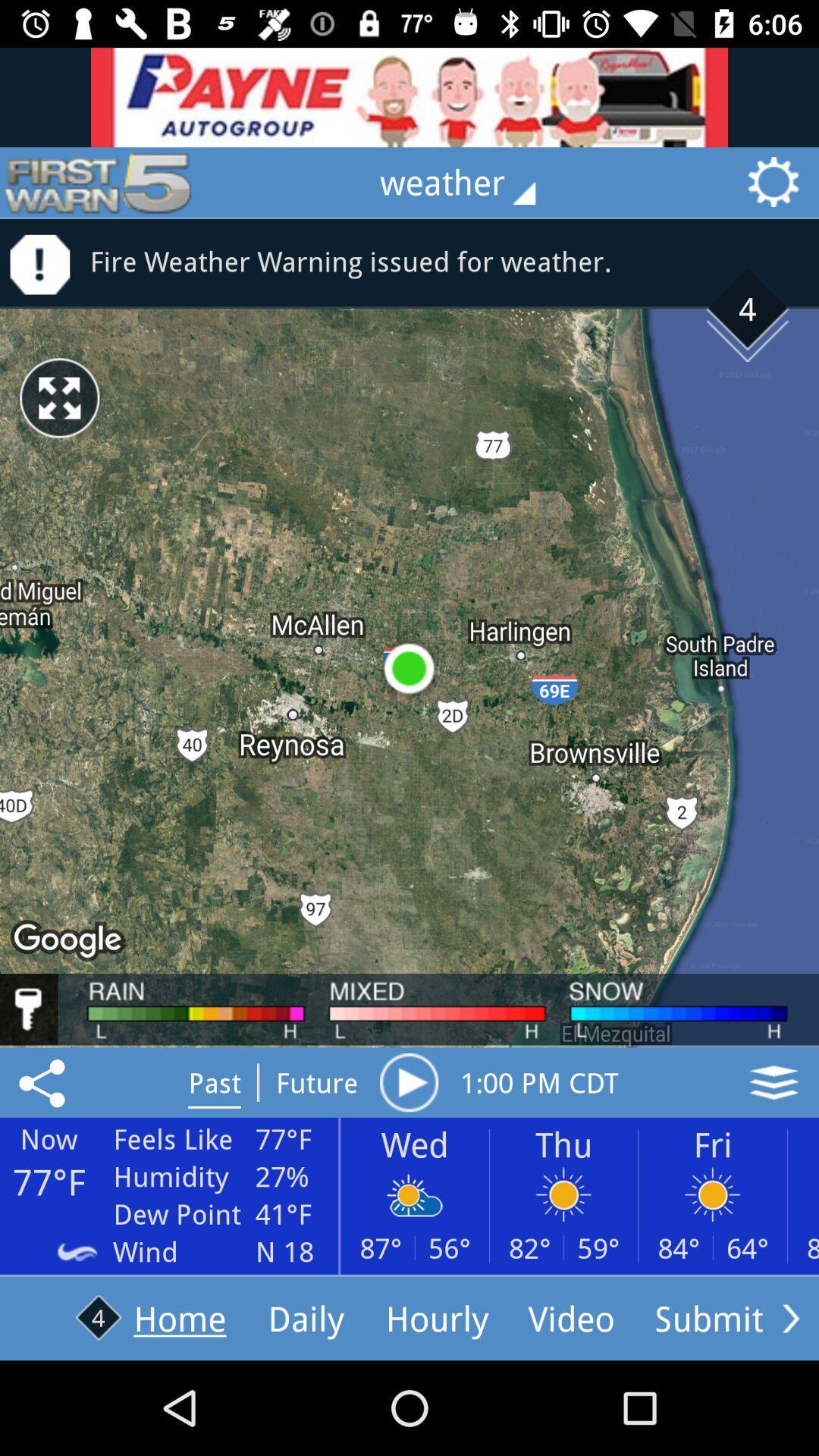  I want to click on the layers icon, so click(773, 1081).